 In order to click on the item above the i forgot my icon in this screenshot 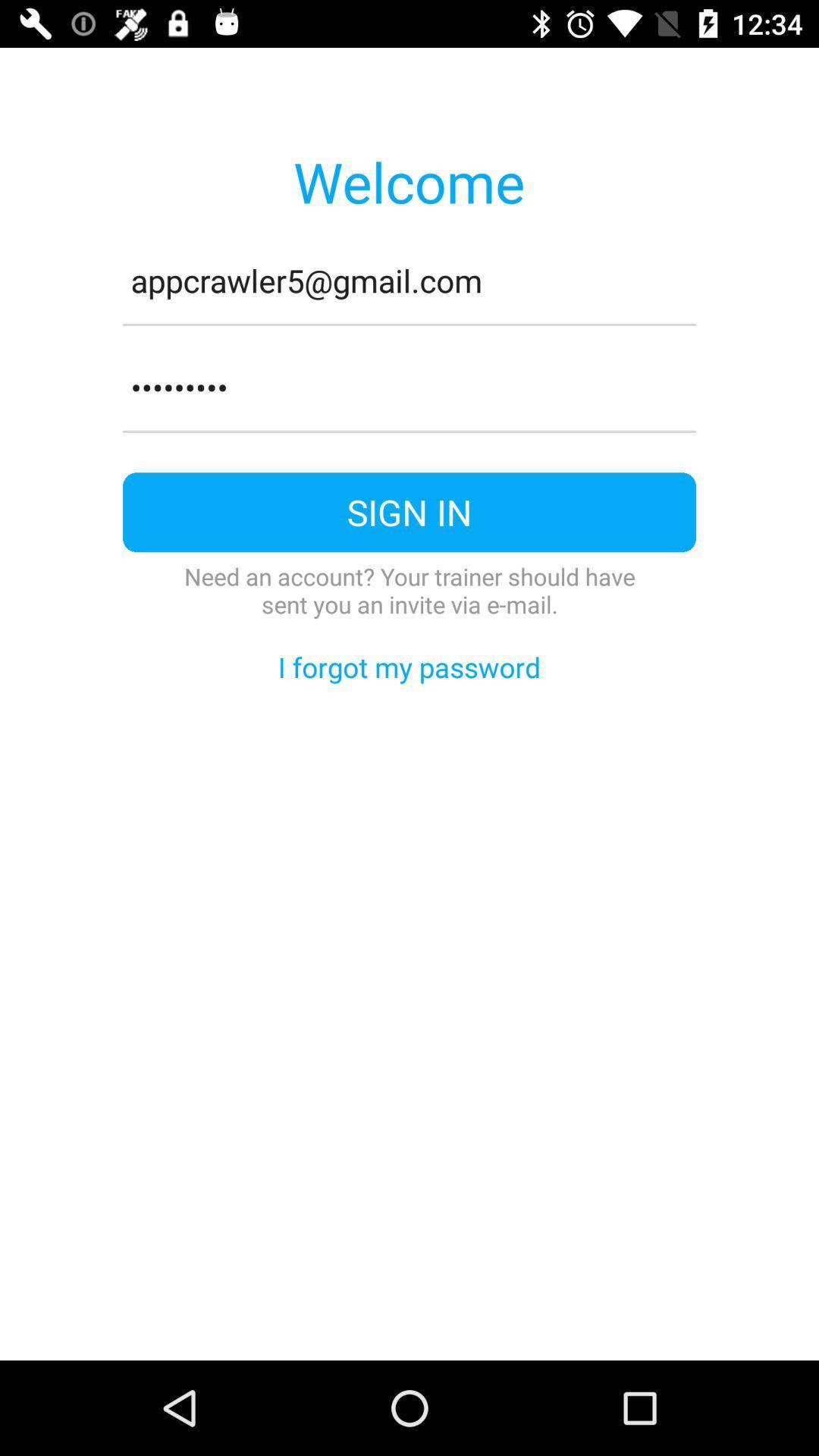, I will do `click(409, 589)`.